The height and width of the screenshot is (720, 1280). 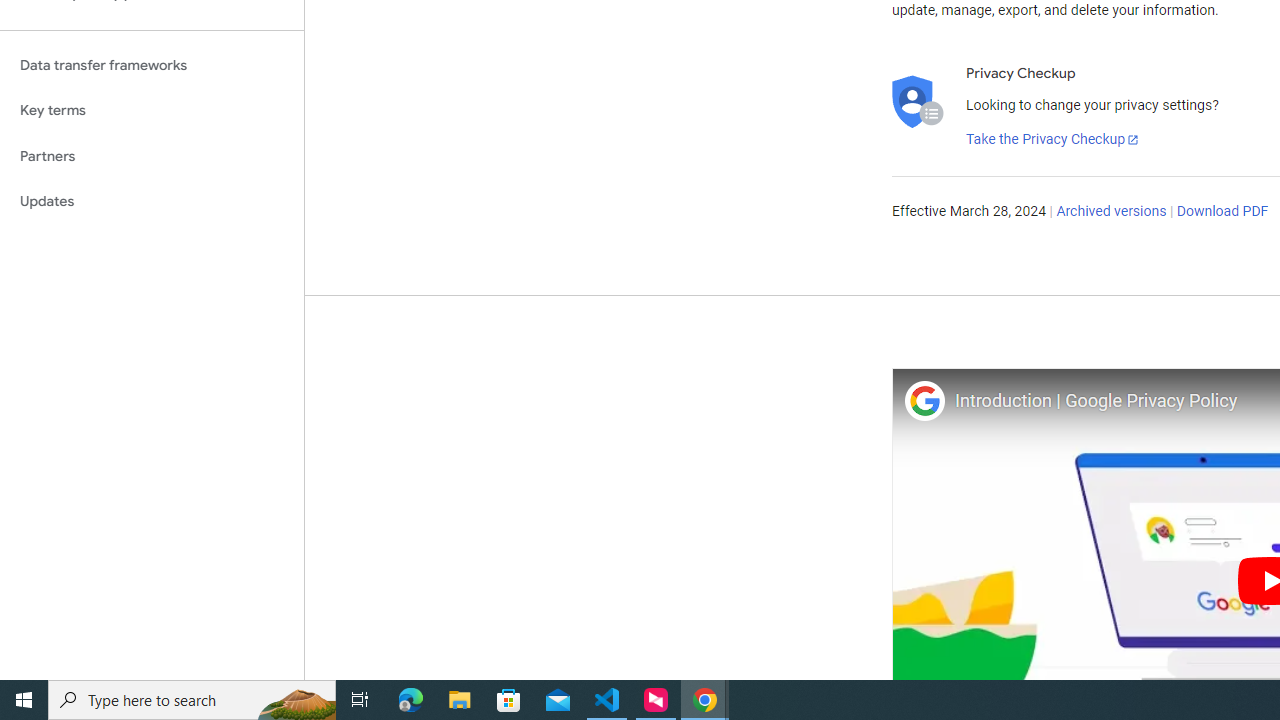 I want to click on 'Download PDF', so click(x=1221, y=212).